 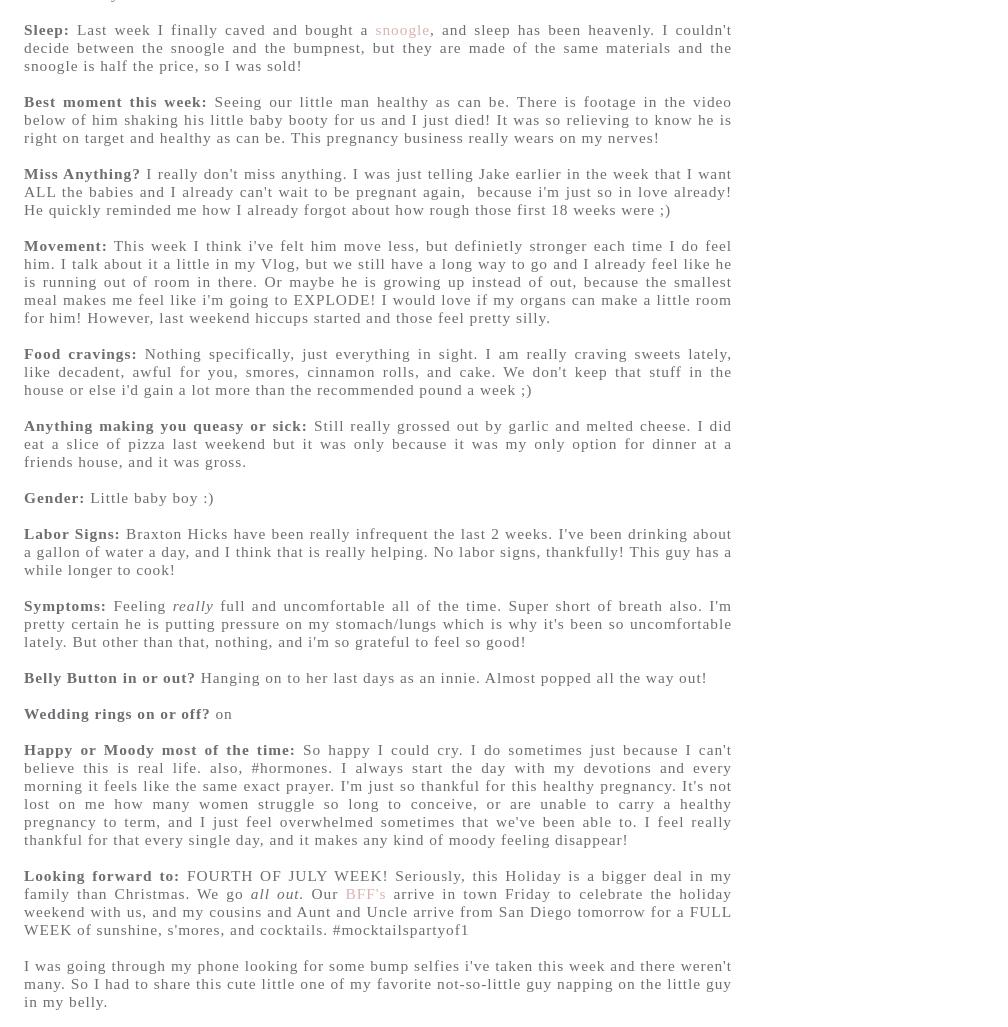 What do you see at coordinates (23, 244) in the screenshot?
I see `'Movement:'` at bounding box center [23, 244].